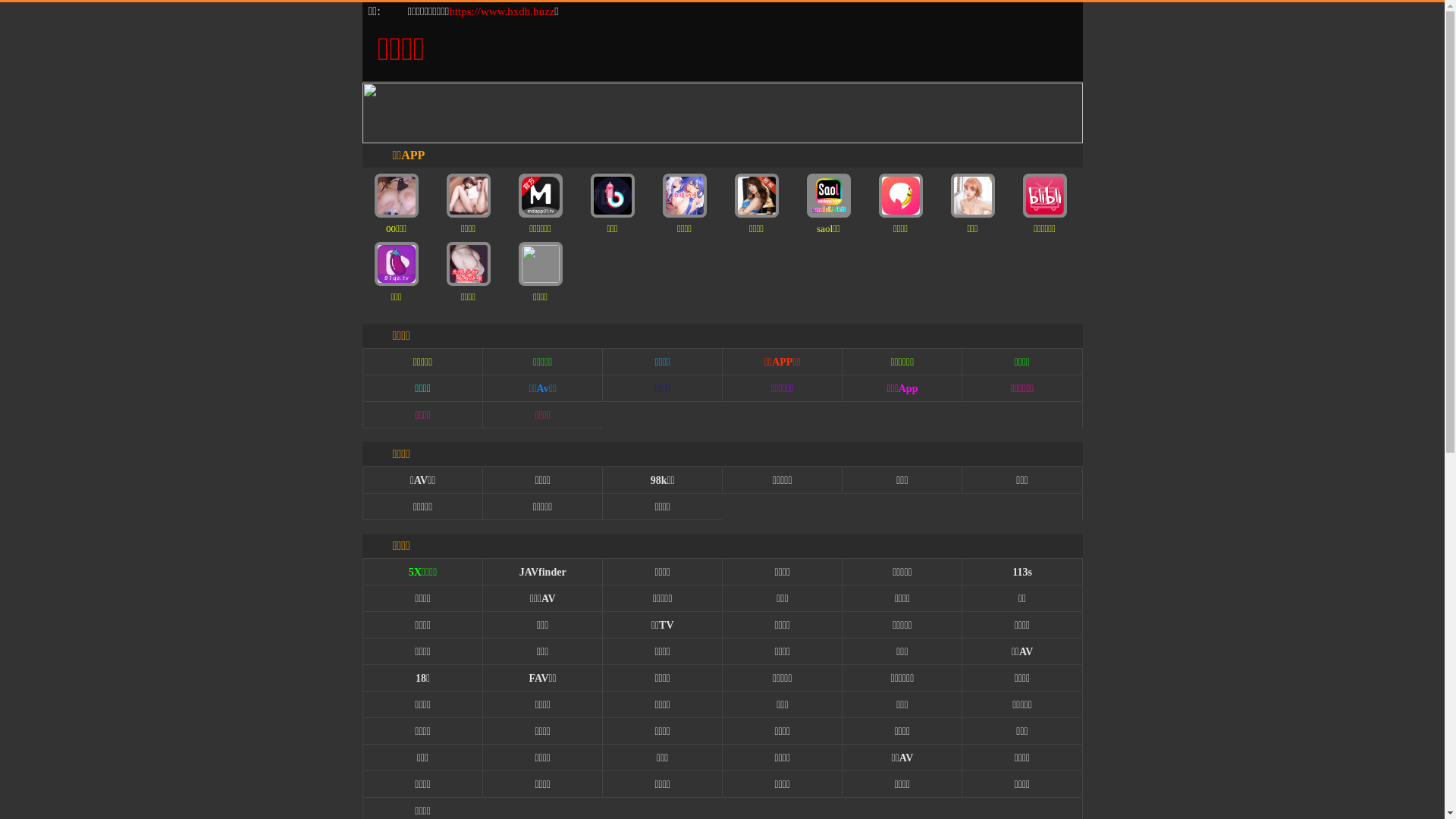  What do you see at coordinates (542, 572) in the screenshot?
I see `'JAVfinder'` at bounding box center [542, 572].